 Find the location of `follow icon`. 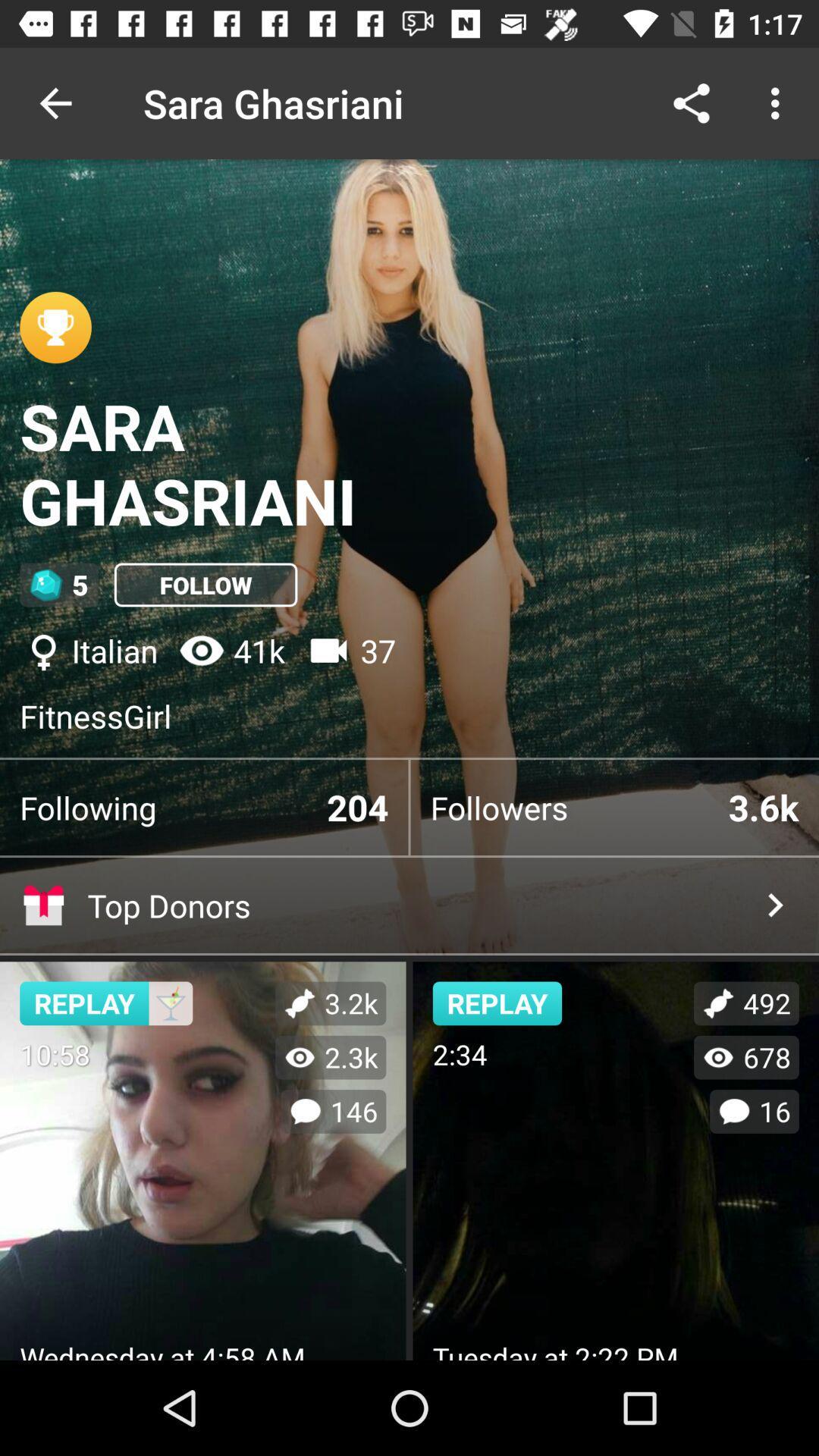

follow icon is located at coordinates (206, 584).